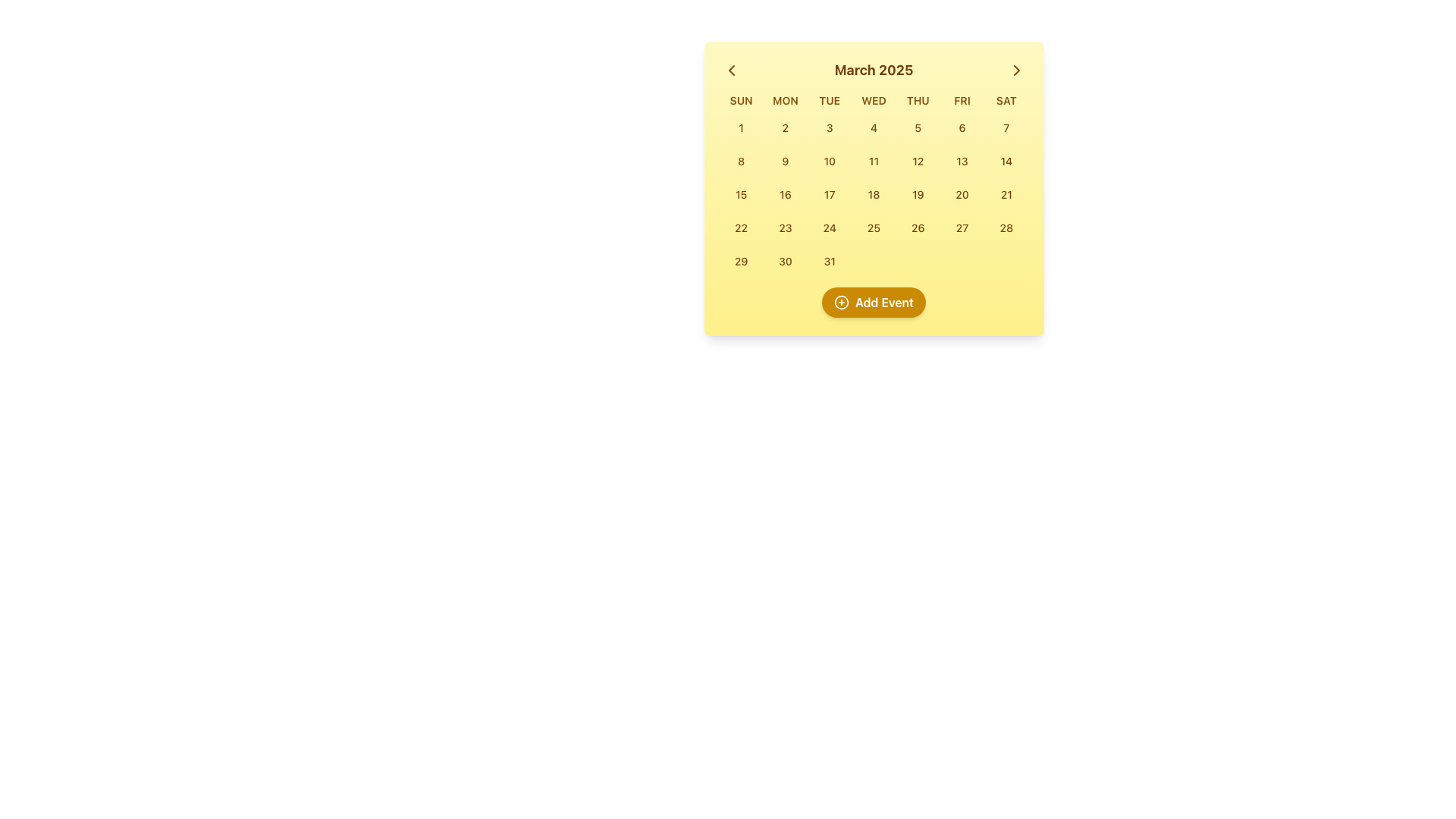 This screenshot has height=819, width=1456. I want to click on the Calendar Date Cell representing the 29th day of March 2025, so click(741, 260).